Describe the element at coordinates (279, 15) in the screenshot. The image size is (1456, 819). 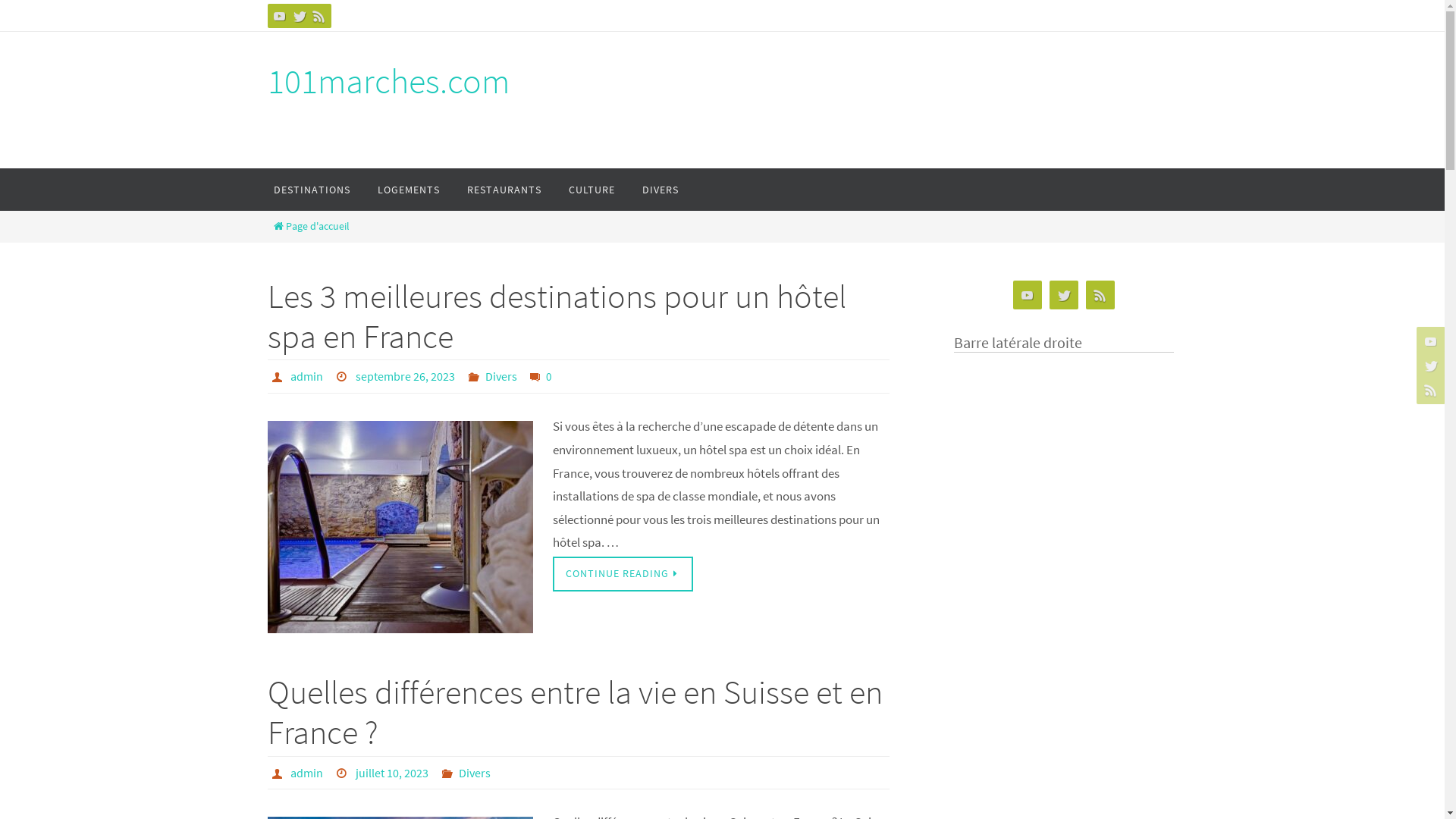
I see `'YouTube'` at that location.